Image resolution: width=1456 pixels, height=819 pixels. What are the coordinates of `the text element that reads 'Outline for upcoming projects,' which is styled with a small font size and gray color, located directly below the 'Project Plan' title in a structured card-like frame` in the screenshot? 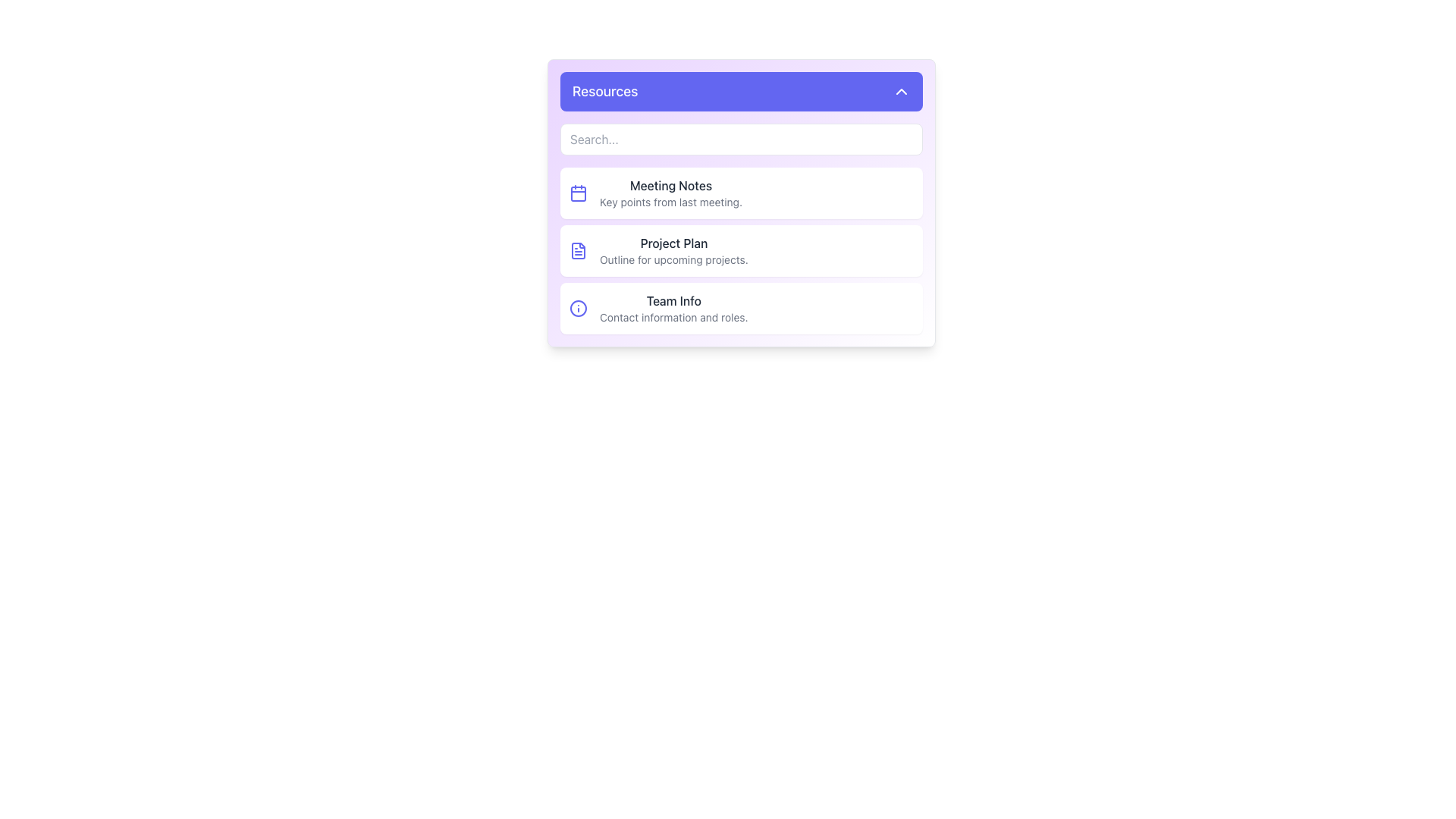 It's located at (673, 259).